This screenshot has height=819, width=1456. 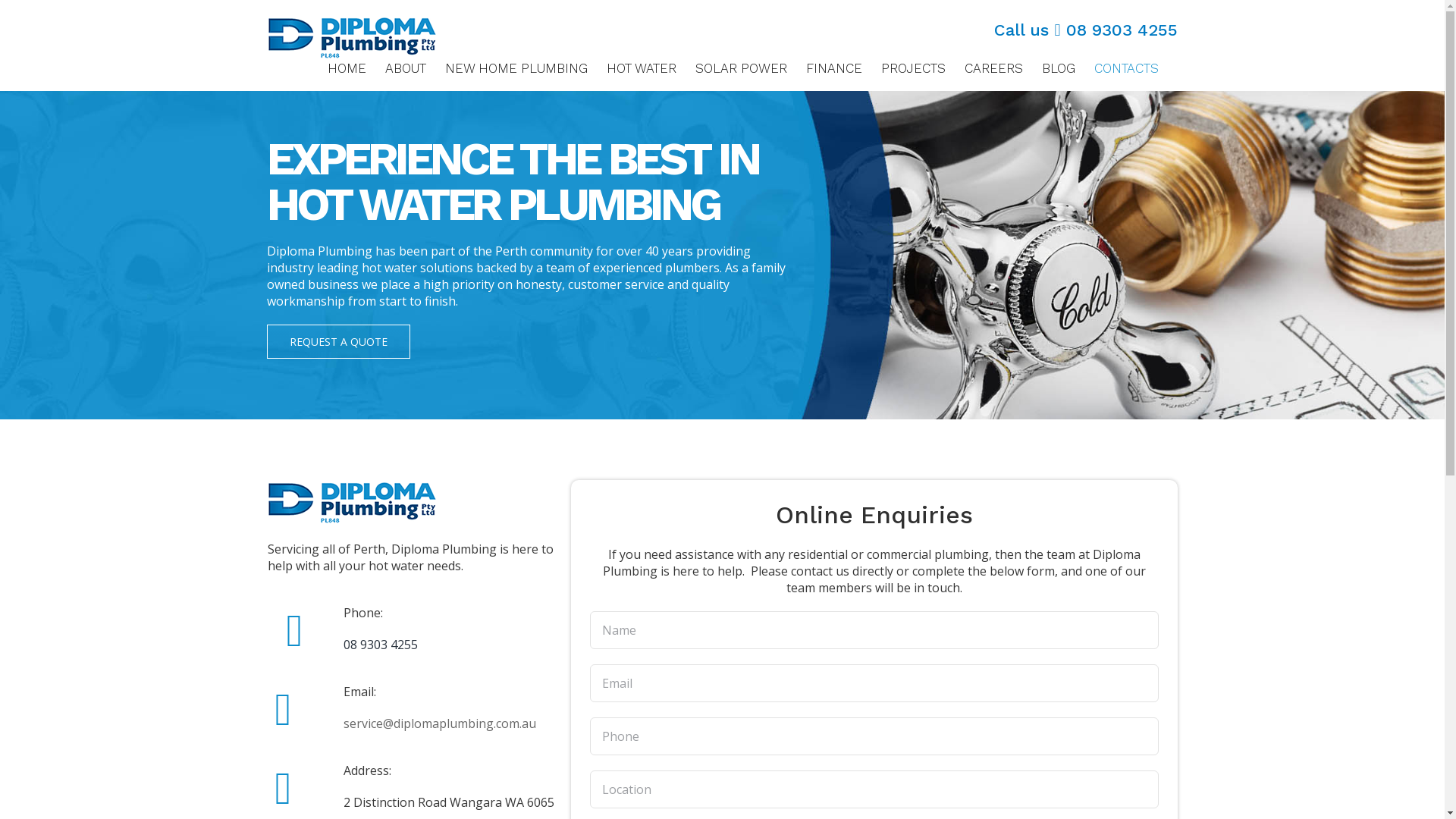 What do you see at coordinates (1065, 30) in the screenshot?
I see `'08 9303 4255'` at bounding box center [1065, 30].